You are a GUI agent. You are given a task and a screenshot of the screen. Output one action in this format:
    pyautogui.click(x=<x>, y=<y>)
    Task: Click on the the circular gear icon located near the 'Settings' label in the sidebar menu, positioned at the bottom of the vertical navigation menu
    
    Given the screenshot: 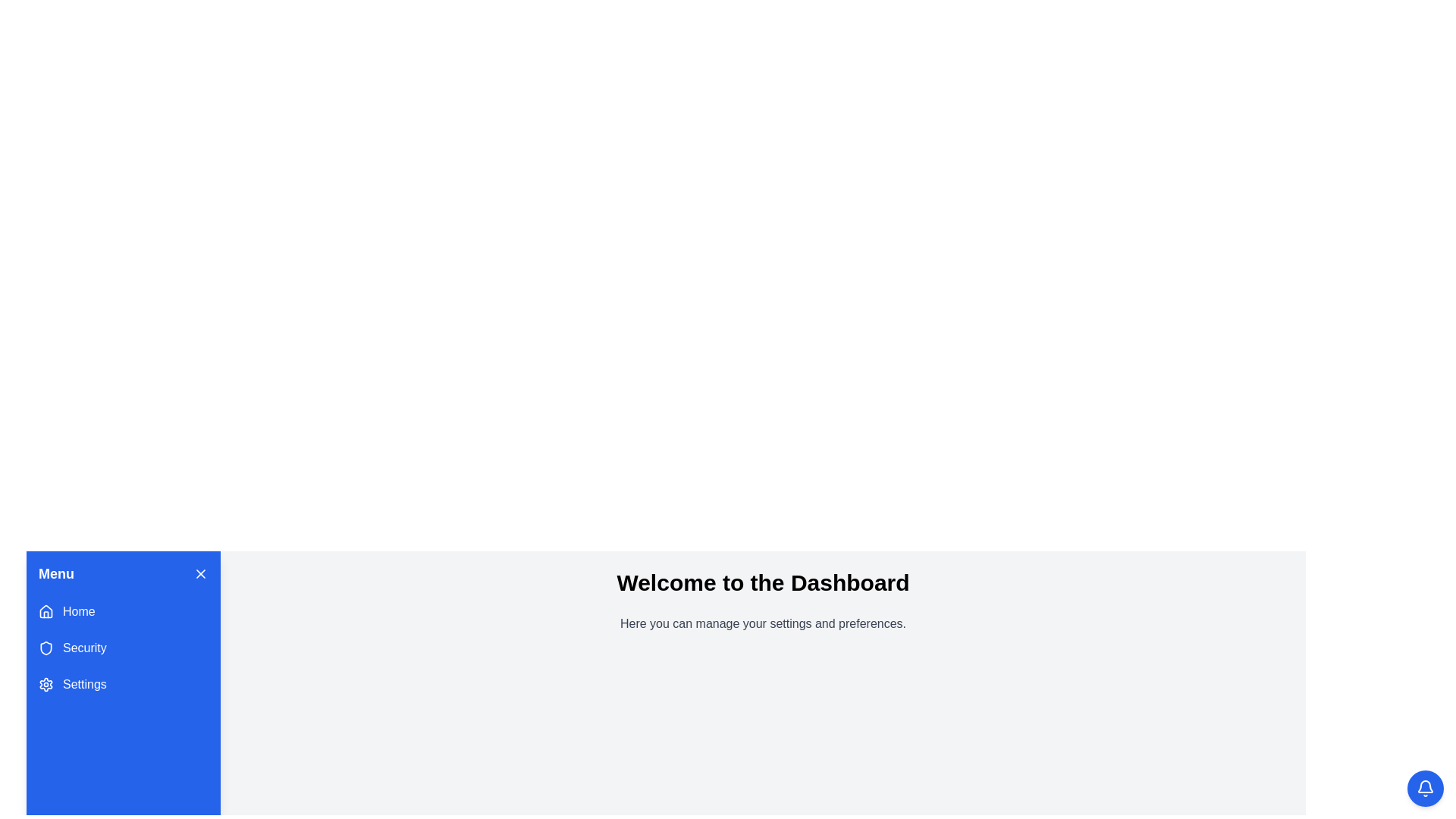 What is the action you would take?
    pyautogui.click(x=46, y=684)
    